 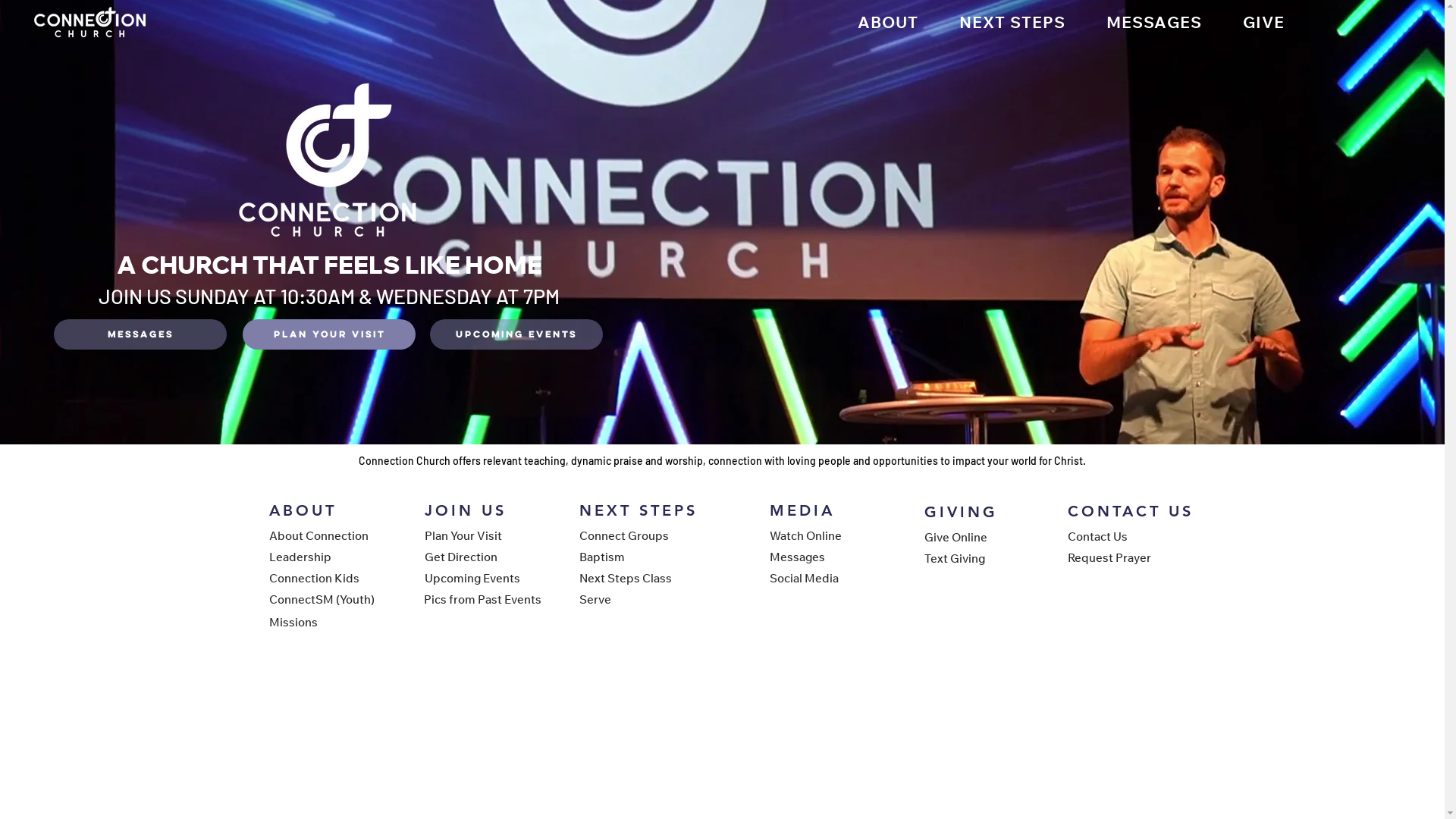 I want to click on 'Missions', so click(x=268, y=622).